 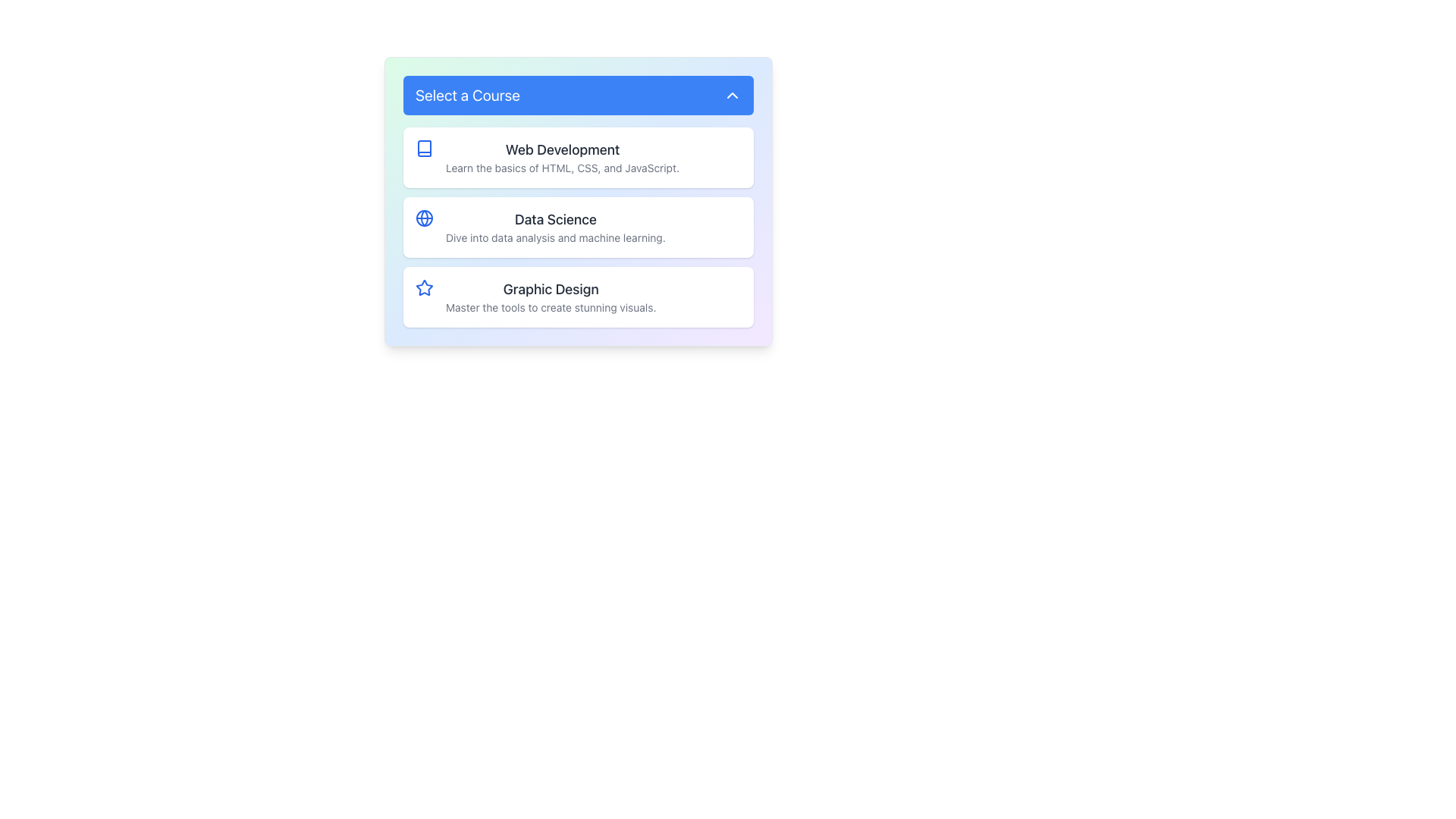 What do you see at coordinates (550, 307) in the screenshot?
I see `supporting text label under the title 'Graphic Design', which provides context about the section's content` at bounding box center [550, 307].